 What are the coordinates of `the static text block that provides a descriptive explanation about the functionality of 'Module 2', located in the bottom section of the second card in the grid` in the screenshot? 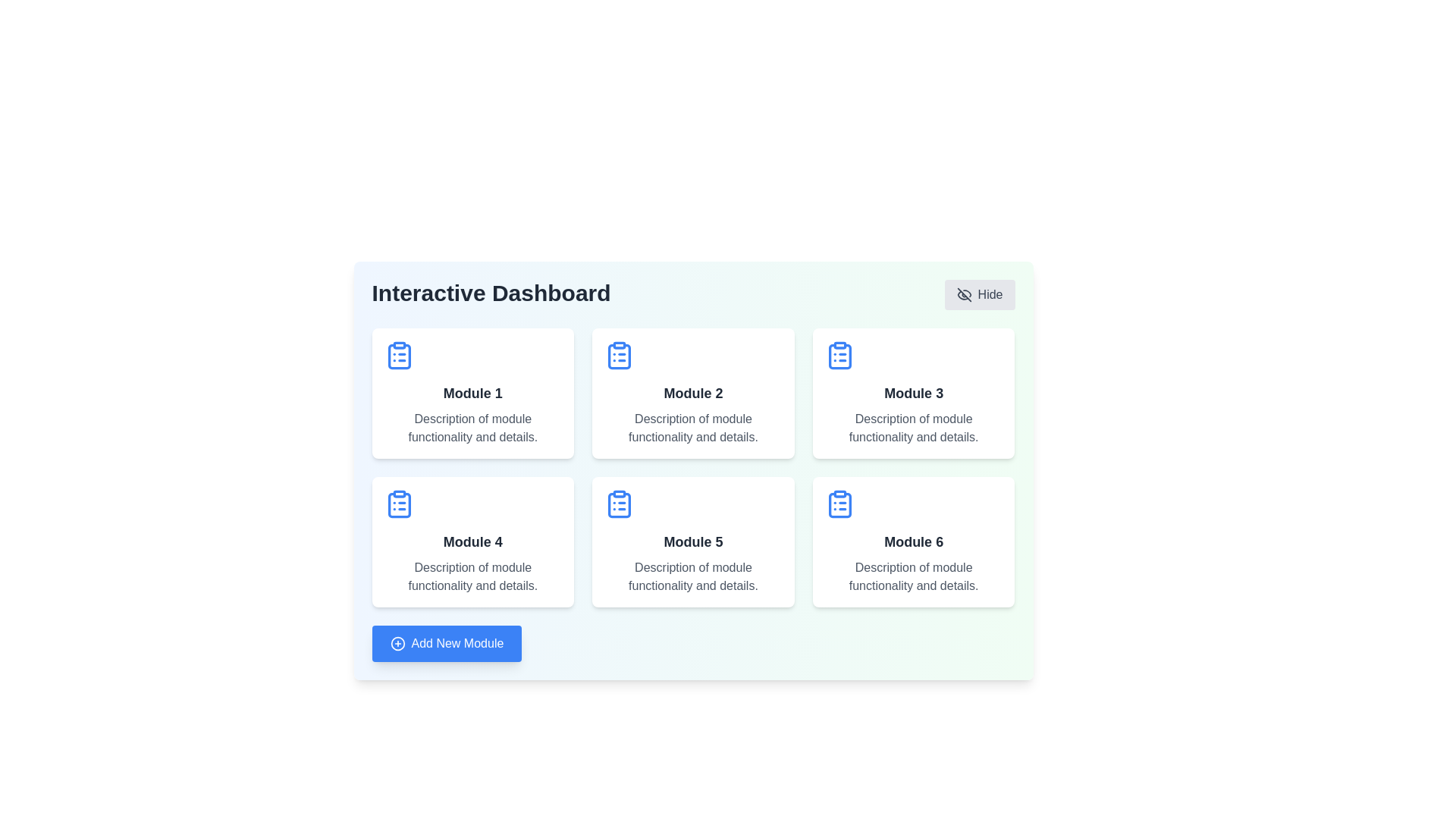 It's located at (692, 428).